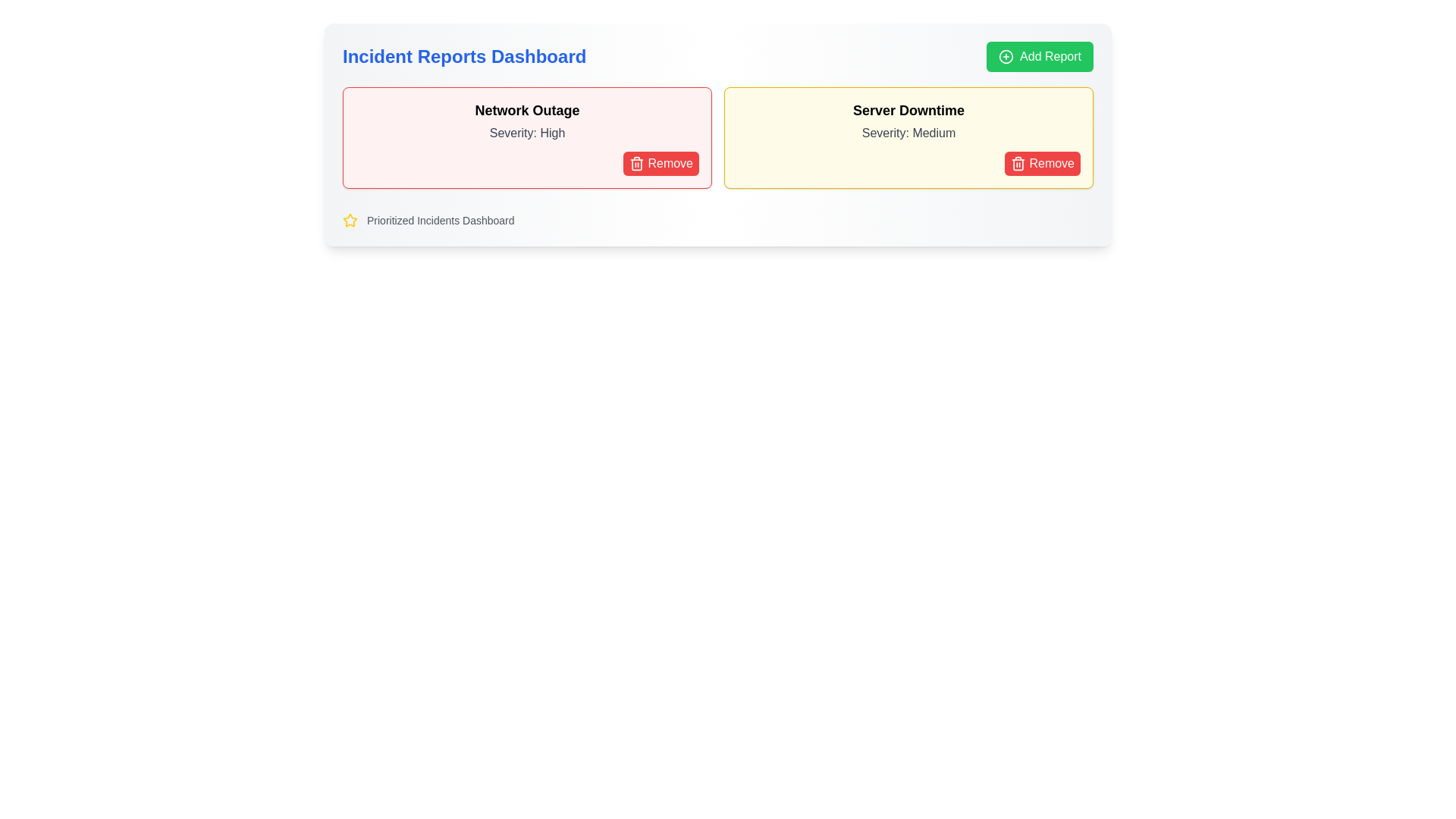 The image size is (1456, 819). I want to click on the star icon with a yellow outline located to the left of the 'Prioritized Incidents Dashboard' text, so click(349, 220).